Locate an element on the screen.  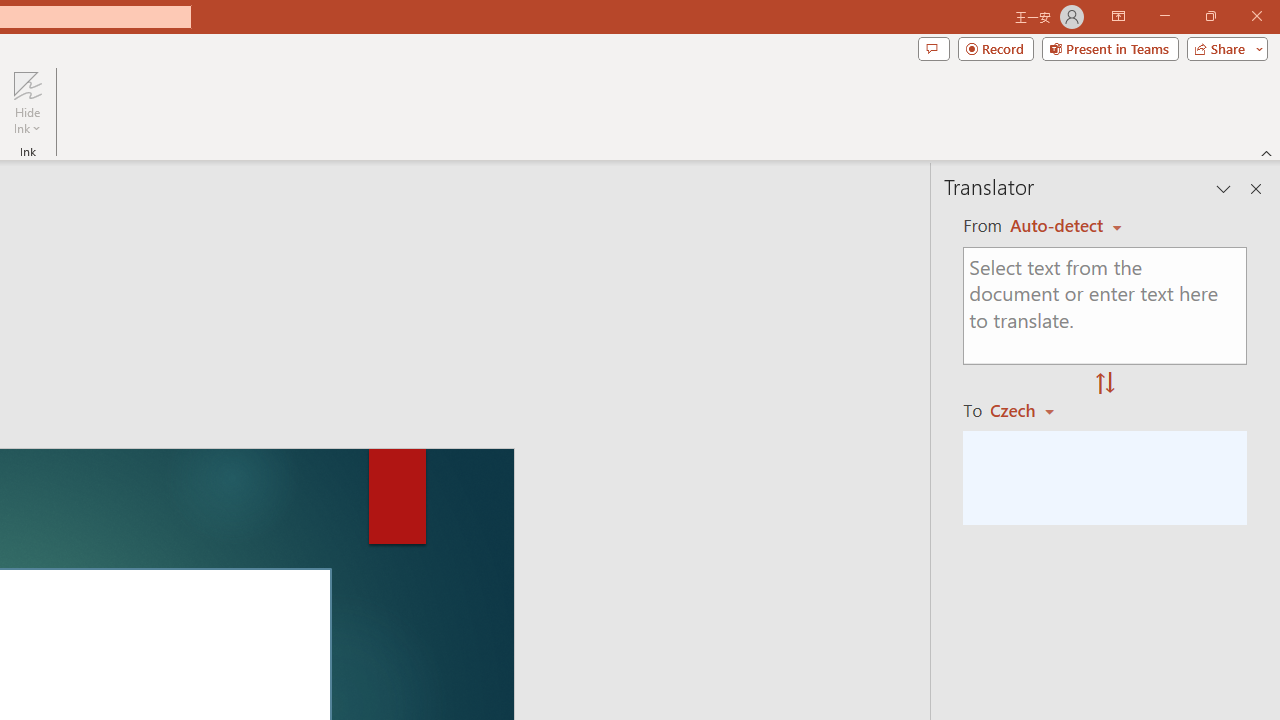
'Hide Ink' is located at coordinates (27, 103).